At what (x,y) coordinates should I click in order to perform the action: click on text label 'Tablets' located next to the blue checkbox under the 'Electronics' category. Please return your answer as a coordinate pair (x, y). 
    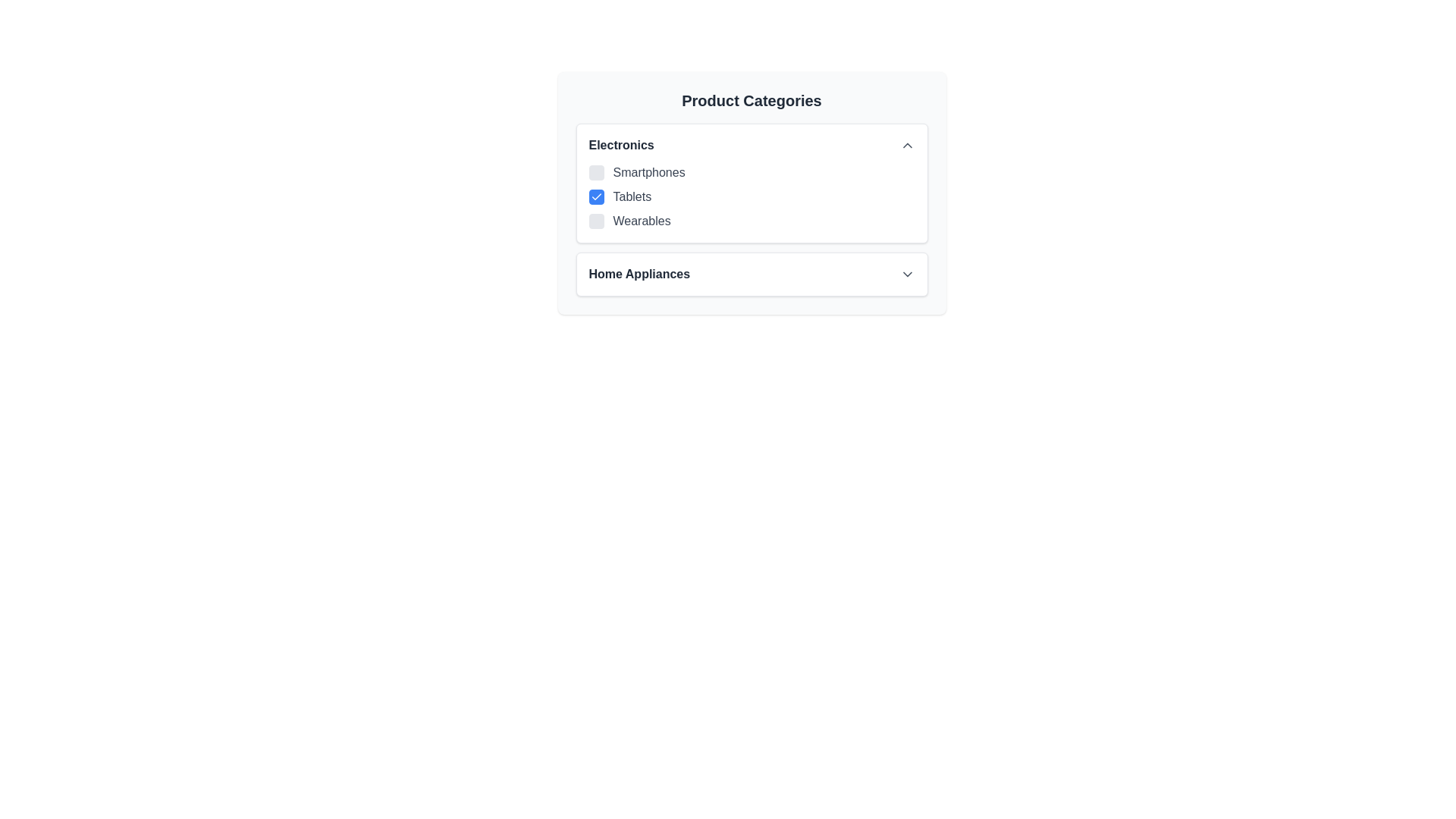
    Looking at the image, I should click on (632, 196).